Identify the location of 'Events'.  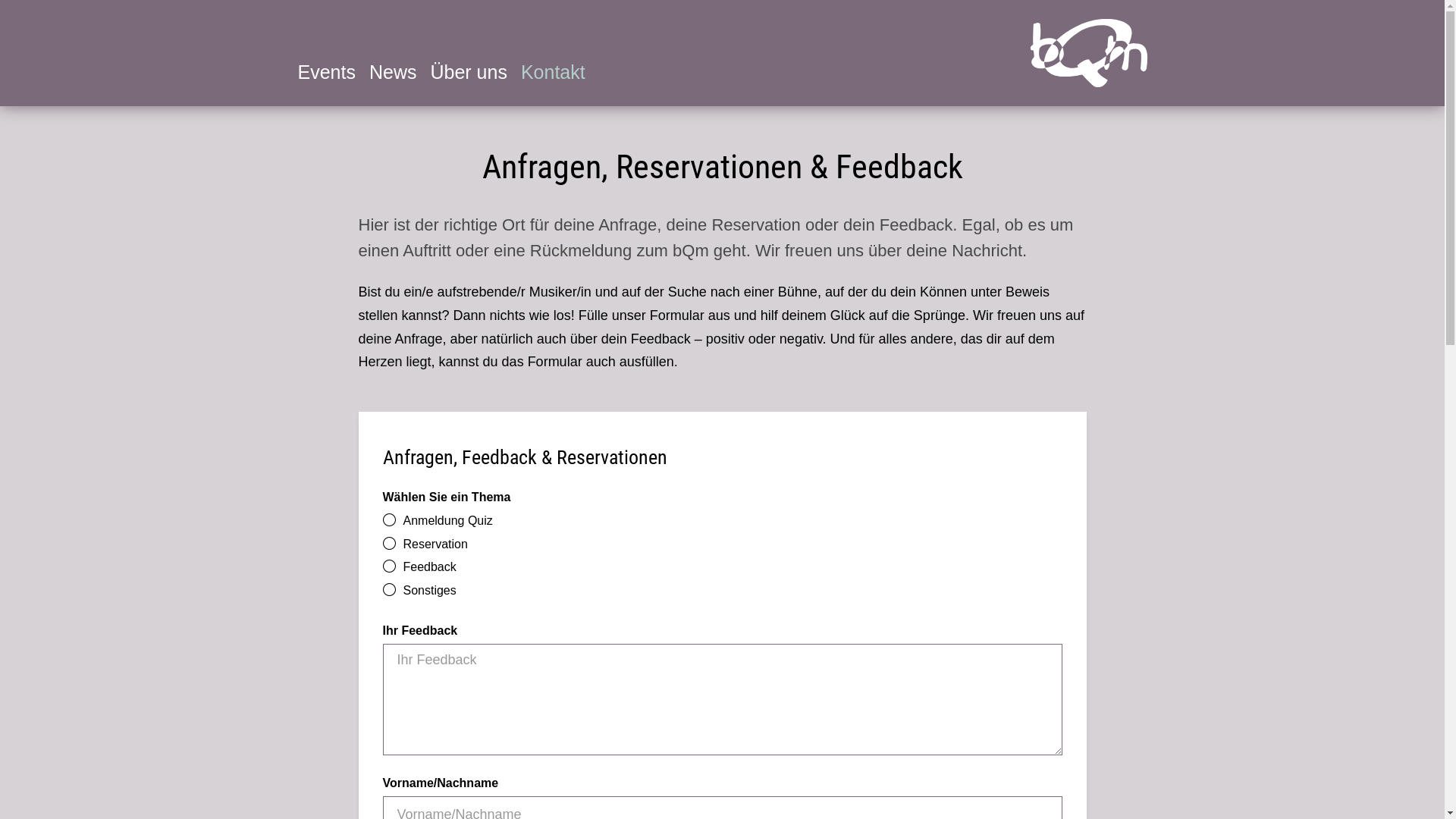
(325, 72).